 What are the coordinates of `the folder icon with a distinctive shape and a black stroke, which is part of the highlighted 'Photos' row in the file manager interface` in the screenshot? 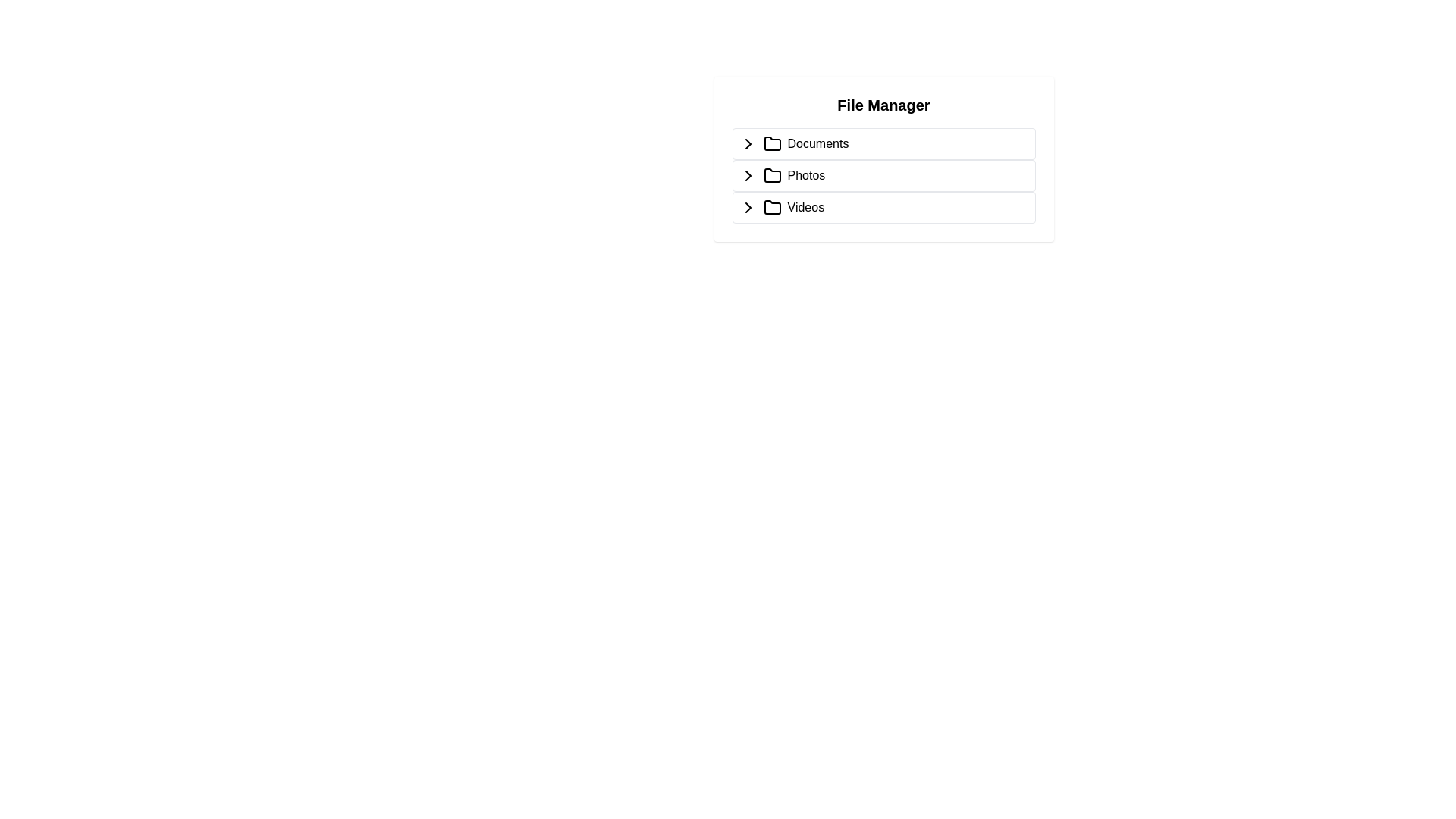 It's located at (772, 174).